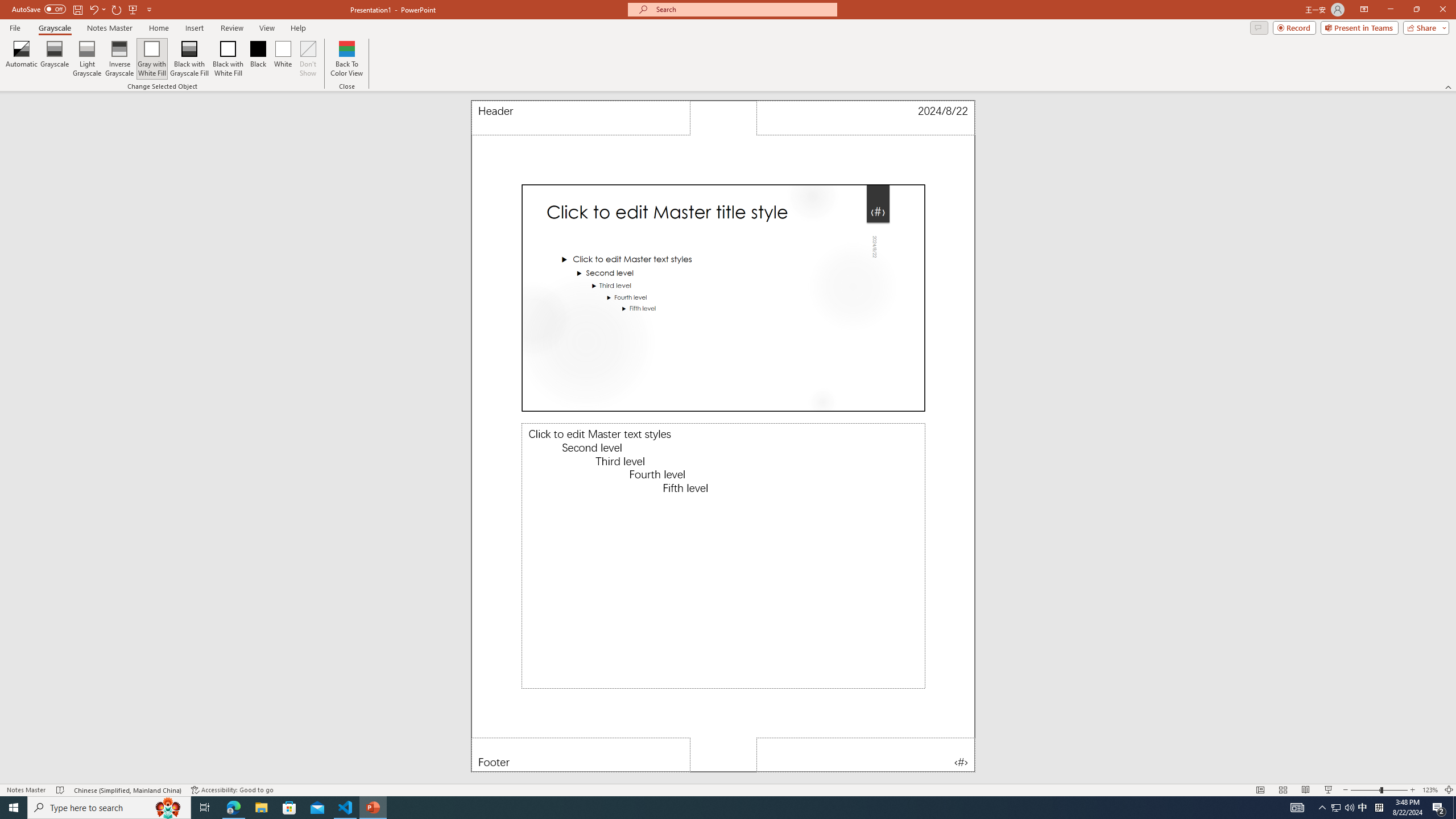 This screenshot has height=819, width=1456. I want to click on 'Black', so click(258, 59).